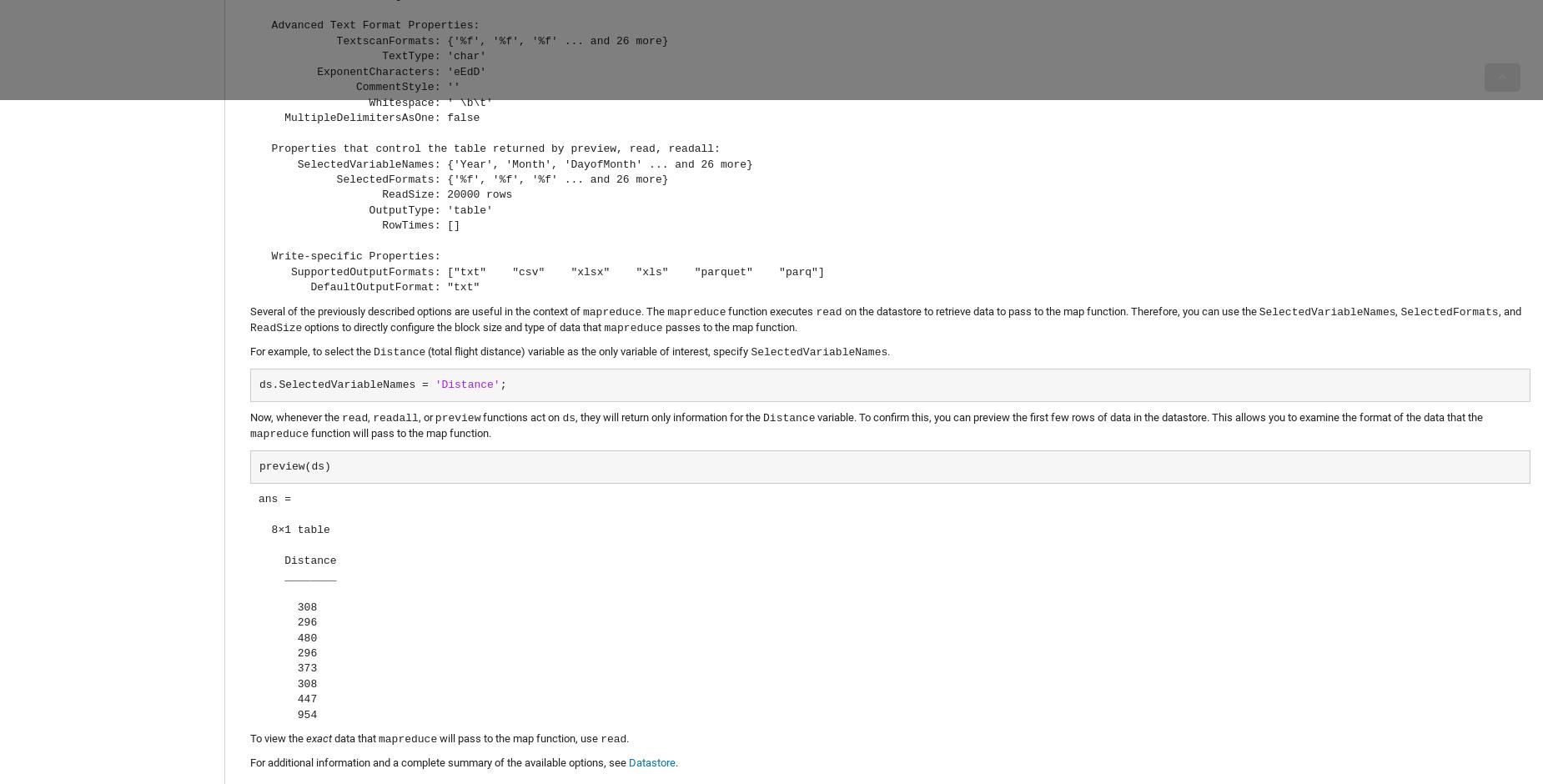  What do you see at coordinates (771, 309) in the screenshot?
I see `'function executes'` at bounding box center [771, 309].